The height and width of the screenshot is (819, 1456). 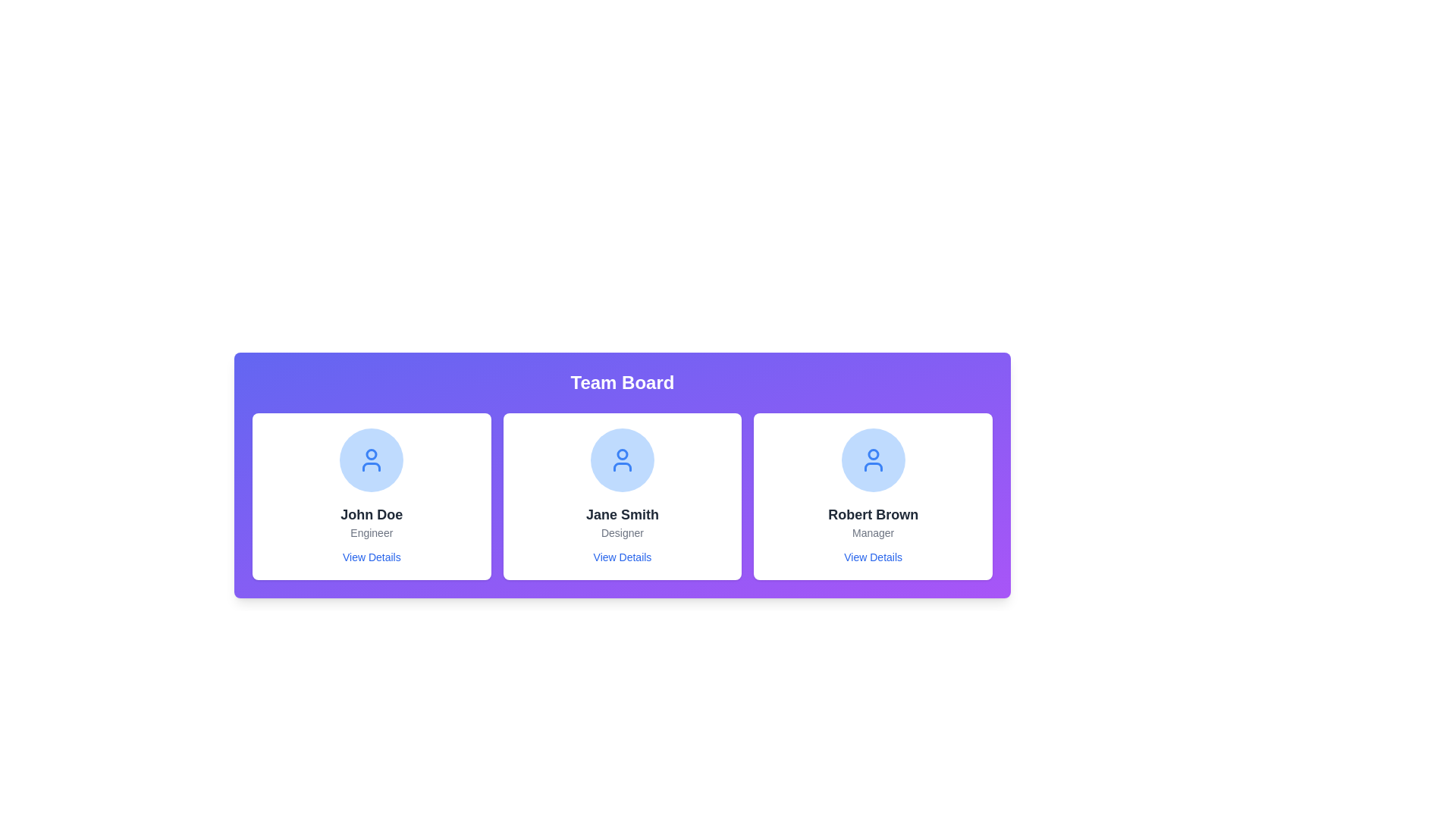 I want to click on the small circular graphical decoration within the user icon representing 'John Doe' on the Team Board, so click(x=372, y=453).